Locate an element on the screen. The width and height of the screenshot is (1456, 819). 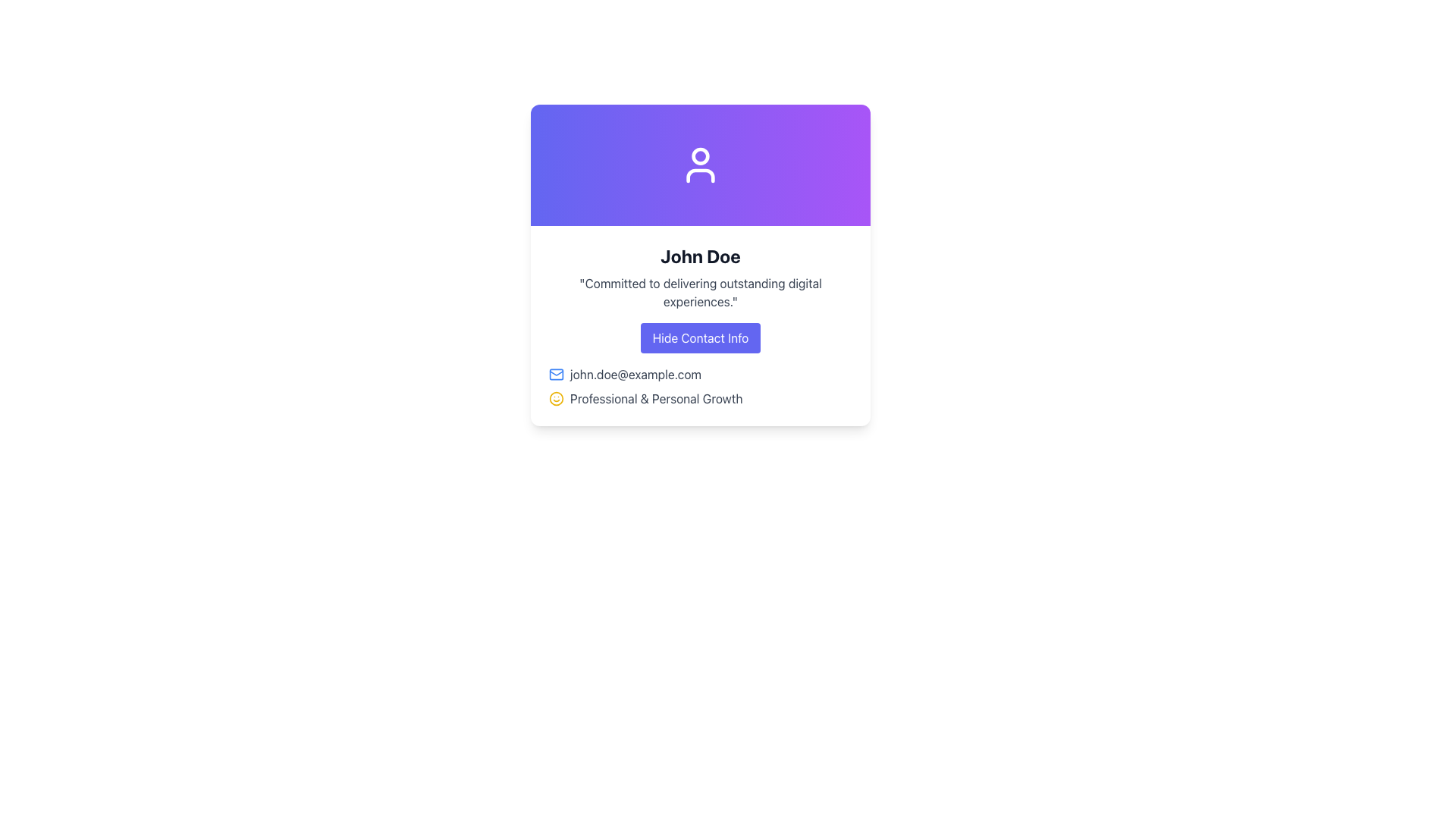
the decorative Icon component, which is a circle of SVG forming part of a smiley face illustration in the upper-left portion of the interface card is located at coordinates (556, 397).